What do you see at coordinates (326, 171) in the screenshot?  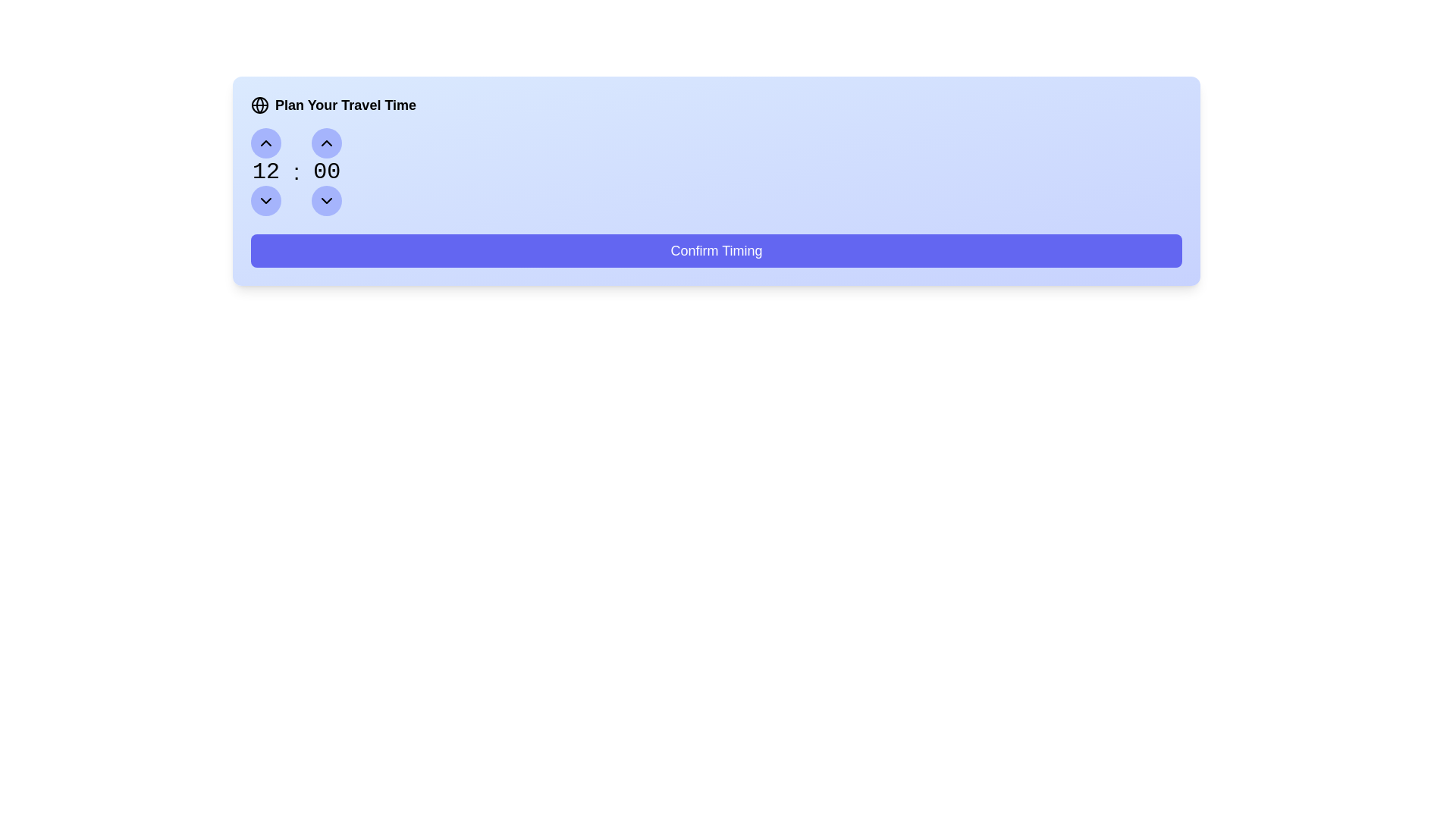 I see `the Static Text Display that shows a numeric value ('00') styled in a monospaced font, located to the right of the numeric hour display ('12')` at bounding box center [326, 171].